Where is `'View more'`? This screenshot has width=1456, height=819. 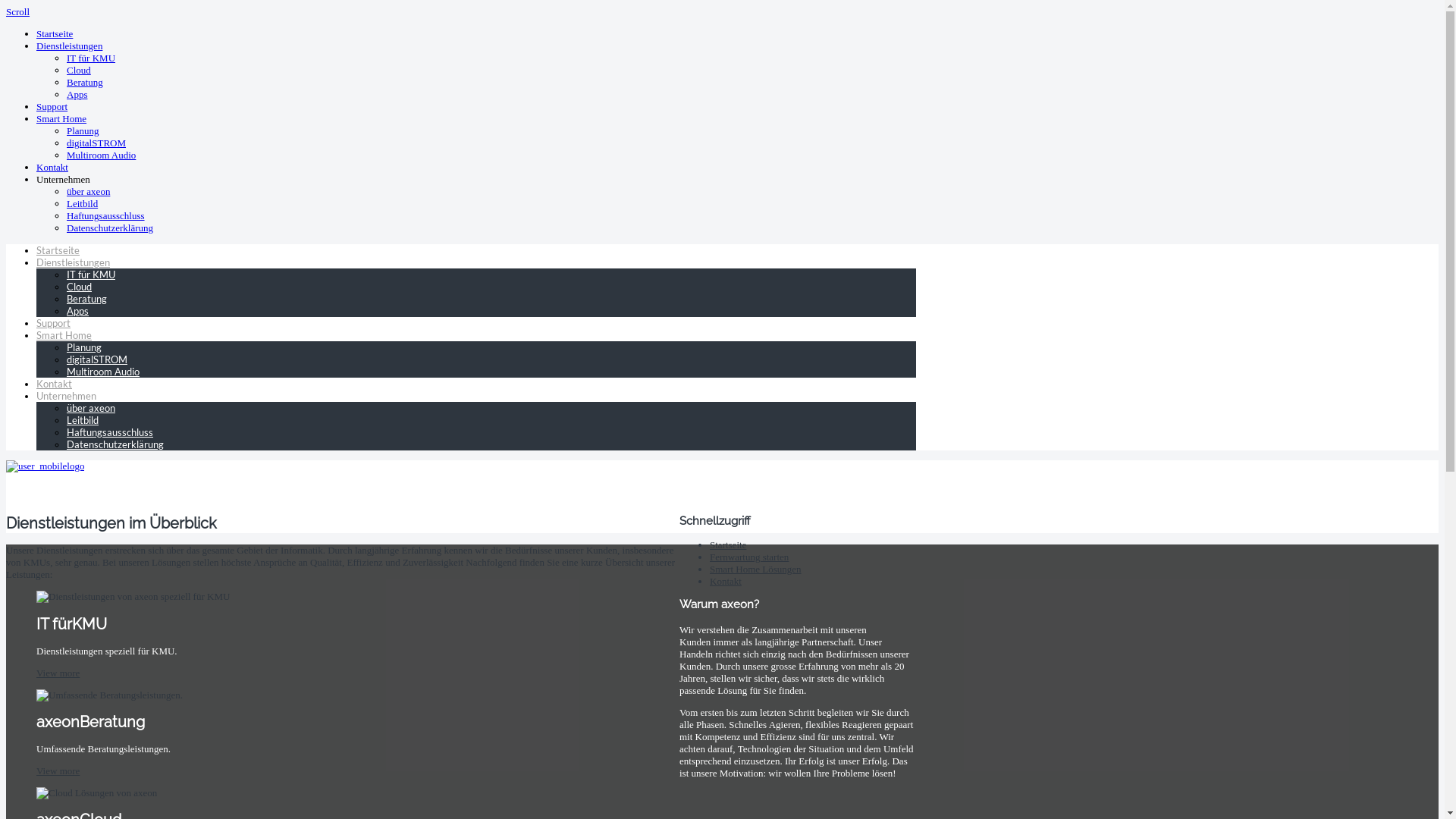 'View more' is located at coordinates (58, 770).